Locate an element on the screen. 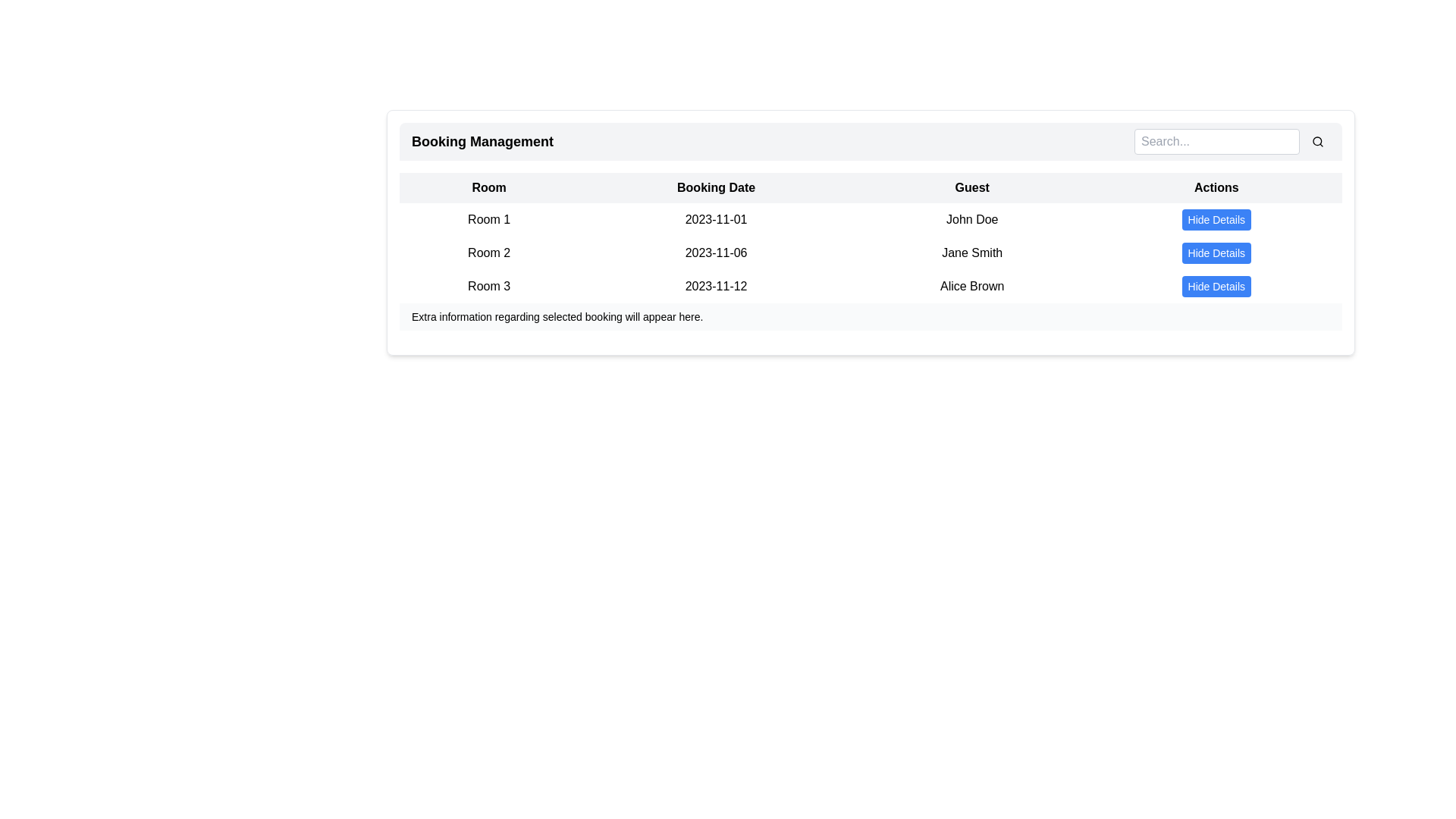 The image size is (1456, 819). the 'Booking Date' text display showing '2023-11-06' for 'Room 2' in the 'Booking Management' table is located at coordinates (715, 253).